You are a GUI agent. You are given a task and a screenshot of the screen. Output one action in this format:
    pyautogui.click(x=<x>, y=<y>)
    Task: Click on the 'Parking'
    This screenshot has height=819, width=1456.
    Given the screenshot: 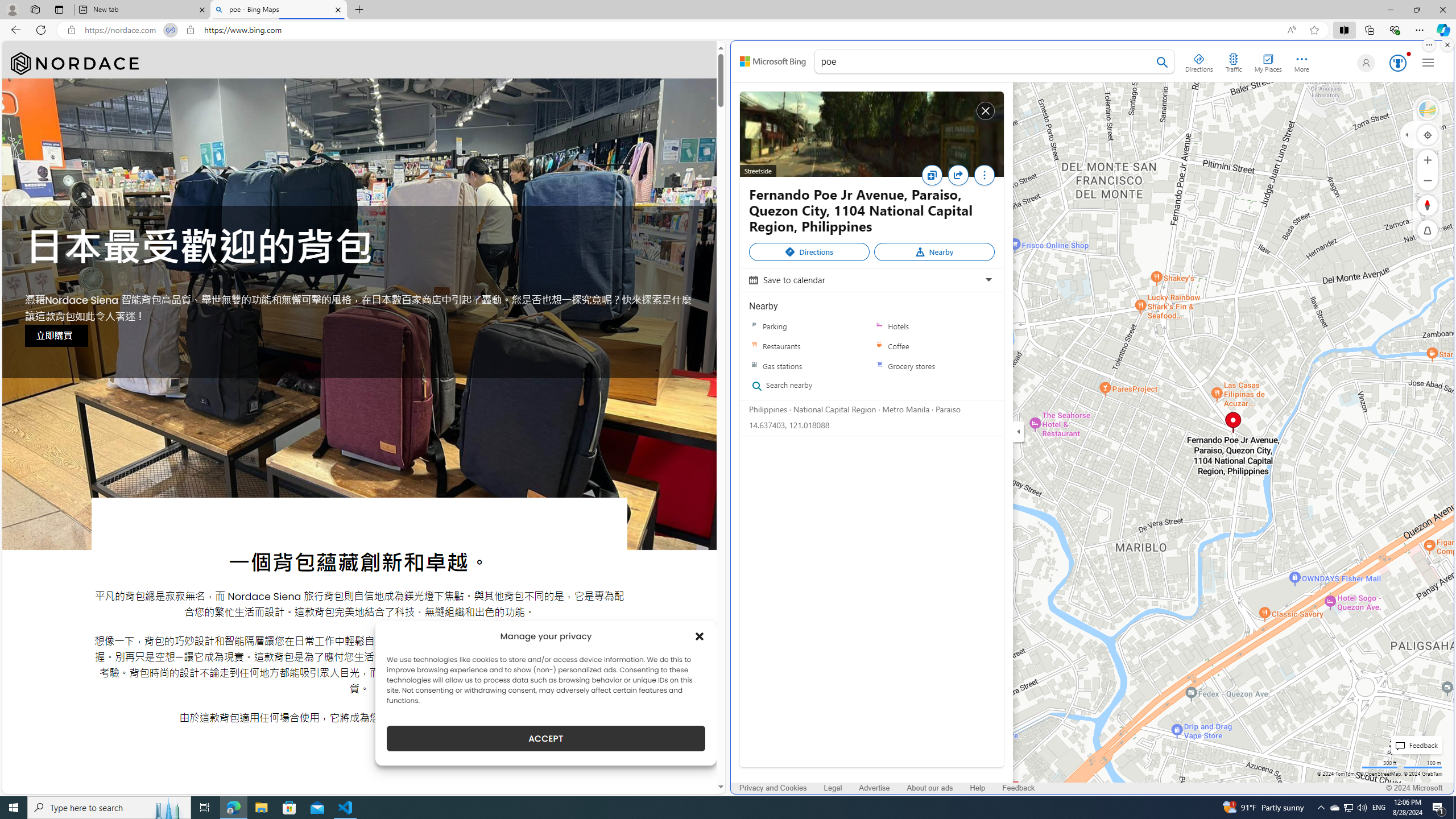 What is the action you would take?
    pyautogui.click(x=809, y=325)
    